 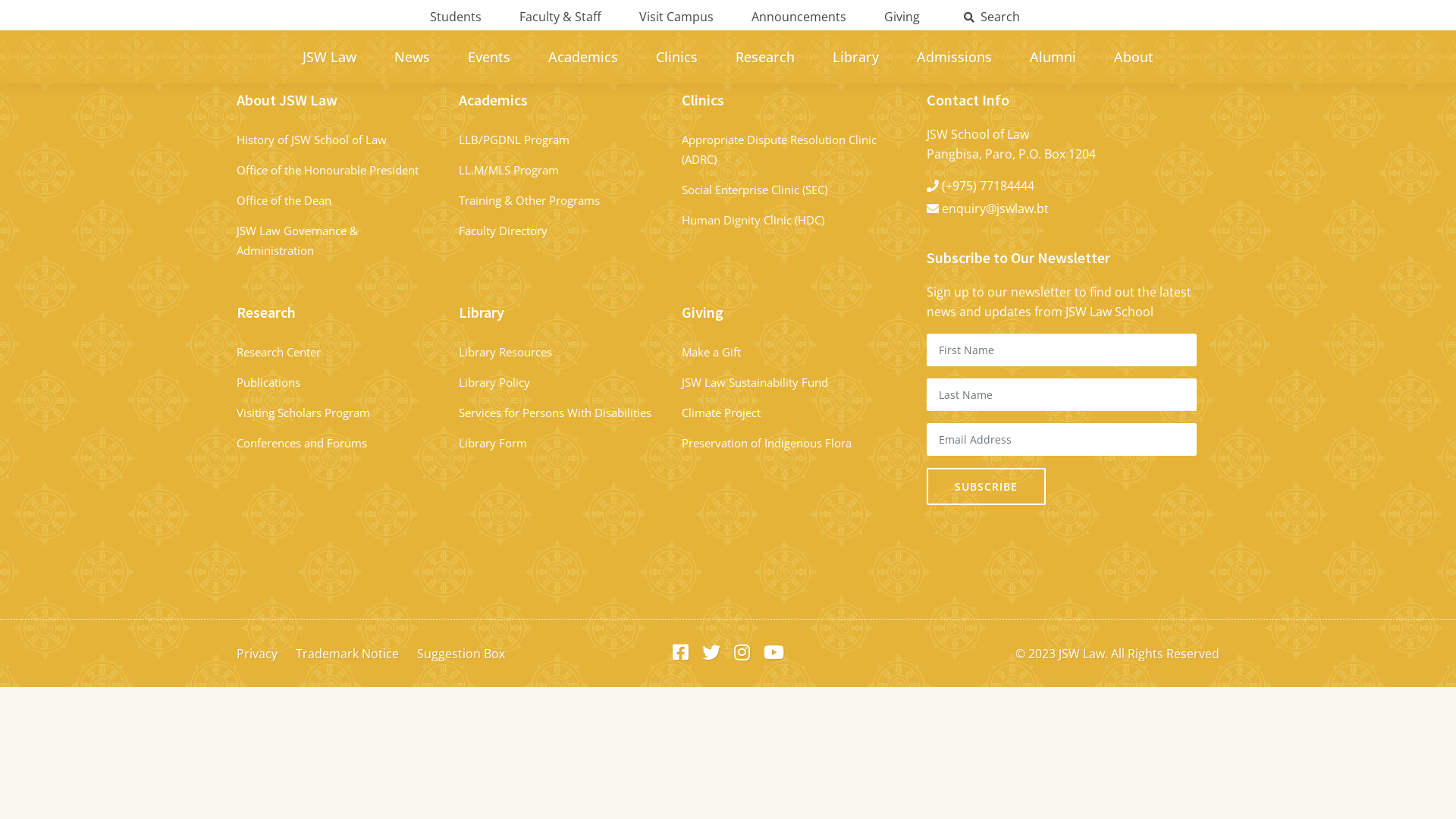 What do you see at coordinates (926, 486) in the screenshot?
I see `'Subscribe'` at bounding box center [926, 486].